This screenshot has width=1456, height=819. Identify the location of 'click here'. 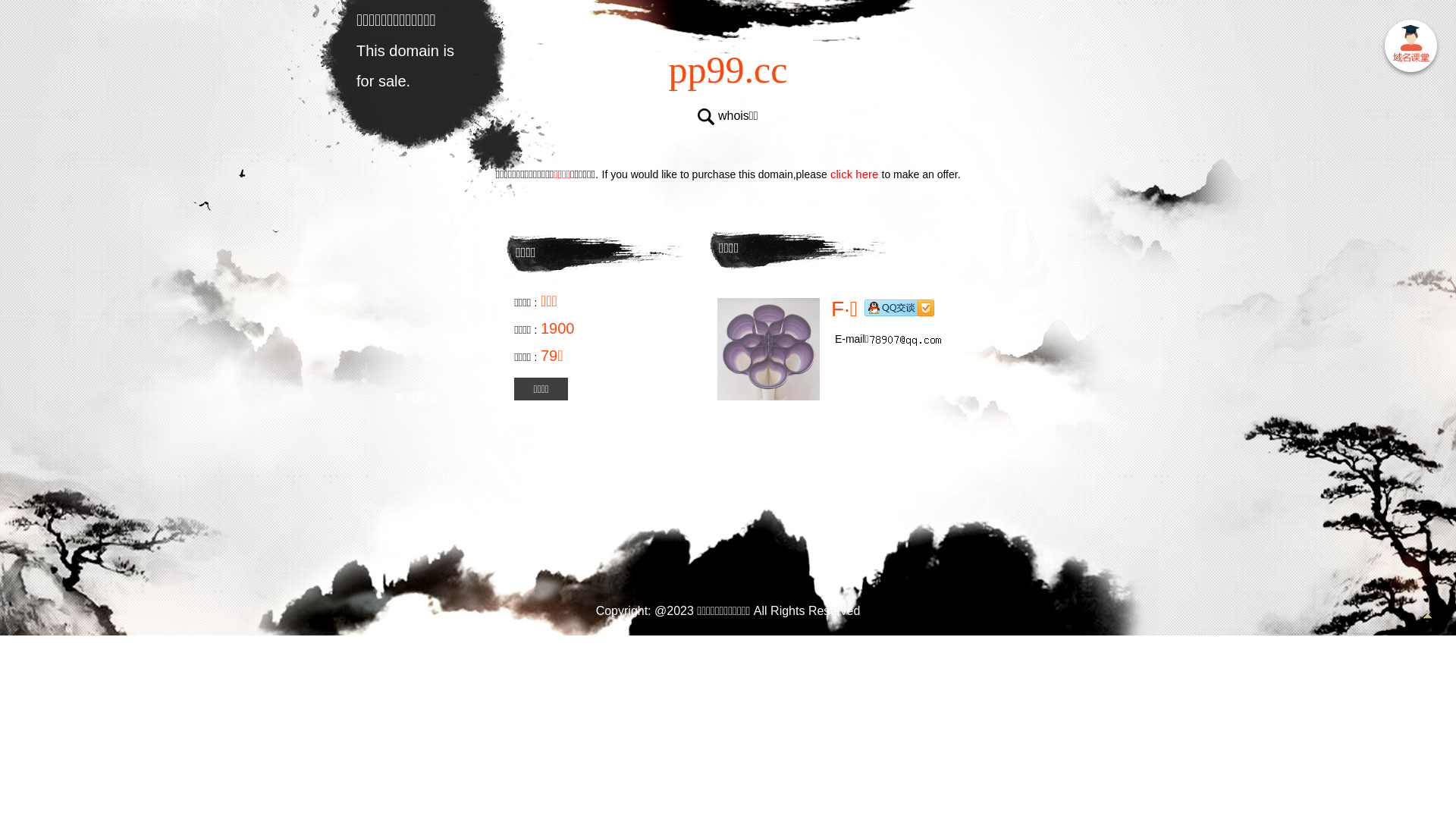
(826, 173).